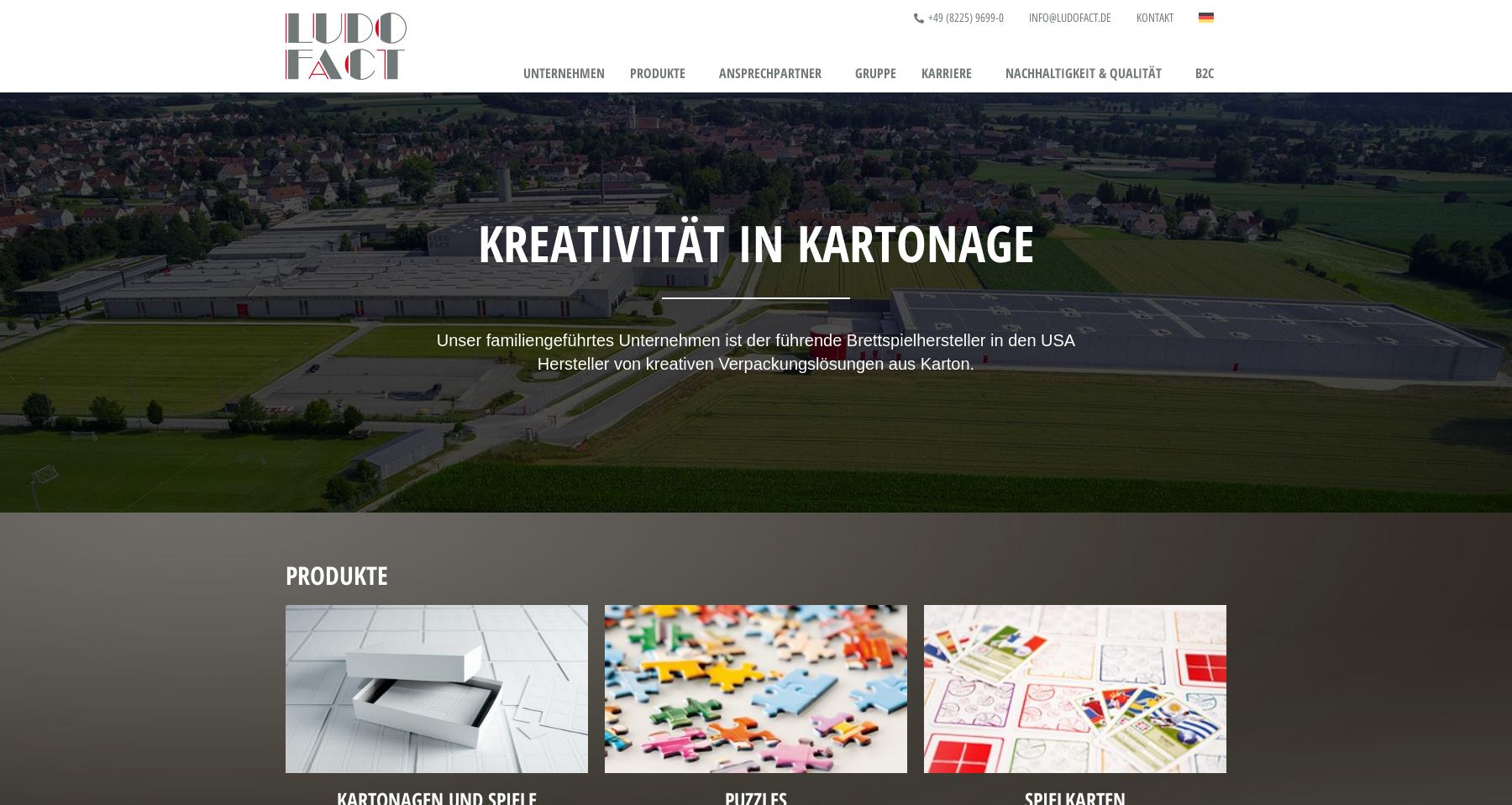 This screenshot has height=805, width=1512. Describe the element at coordinates (703, 111) in the screenshot. I see `'Kartonage & Spiele'` at that location.